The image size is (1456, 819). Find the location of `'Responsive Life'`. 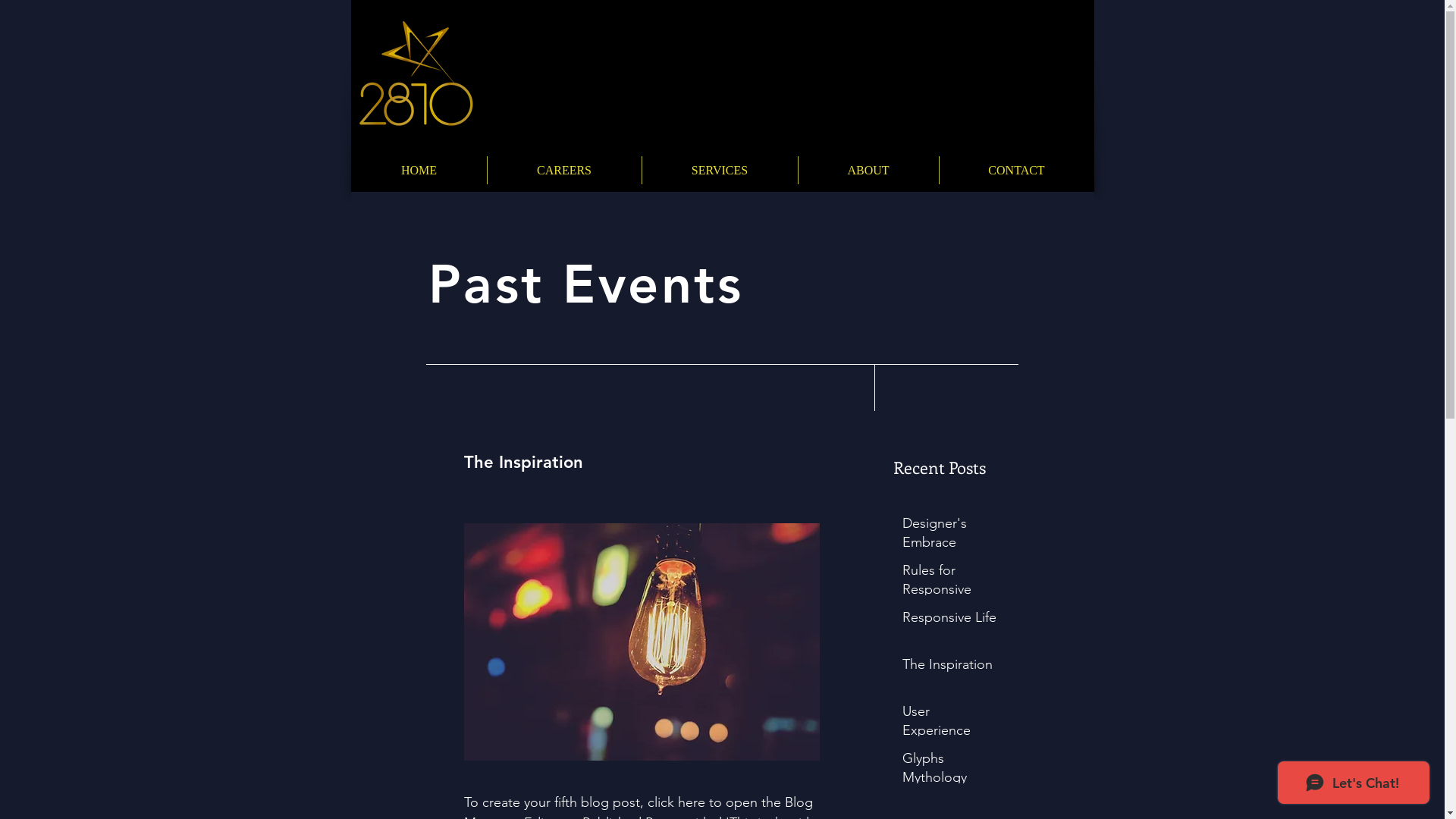

'Responsive Life' is located at coordinates (949, 620).